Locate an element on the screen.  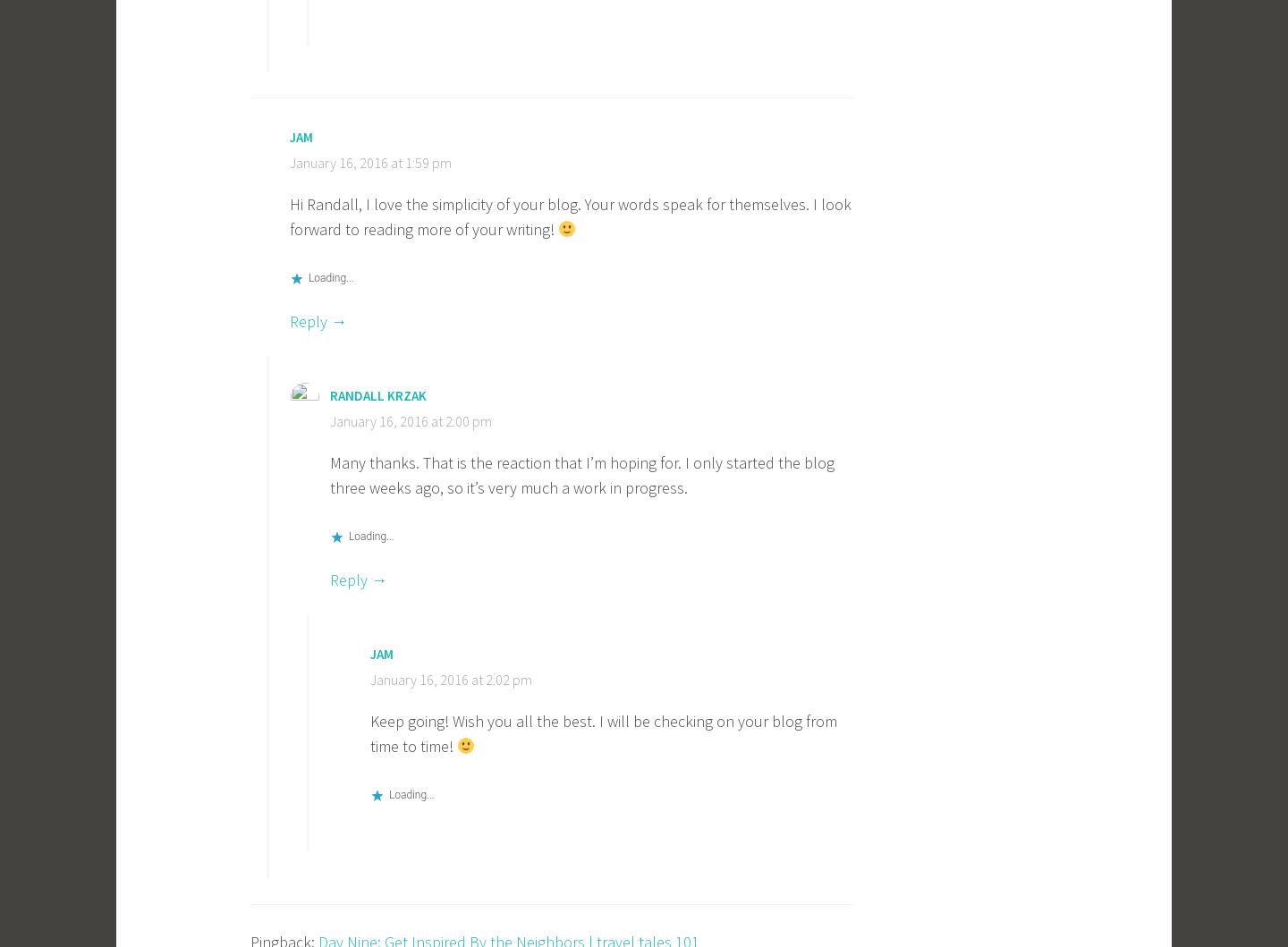
'Many thanks.  That is the reaction that I’m hoping for.  I only started the blog three weeks ago, so it’s very much a work in progress.' is located at coordinates (581, 474).